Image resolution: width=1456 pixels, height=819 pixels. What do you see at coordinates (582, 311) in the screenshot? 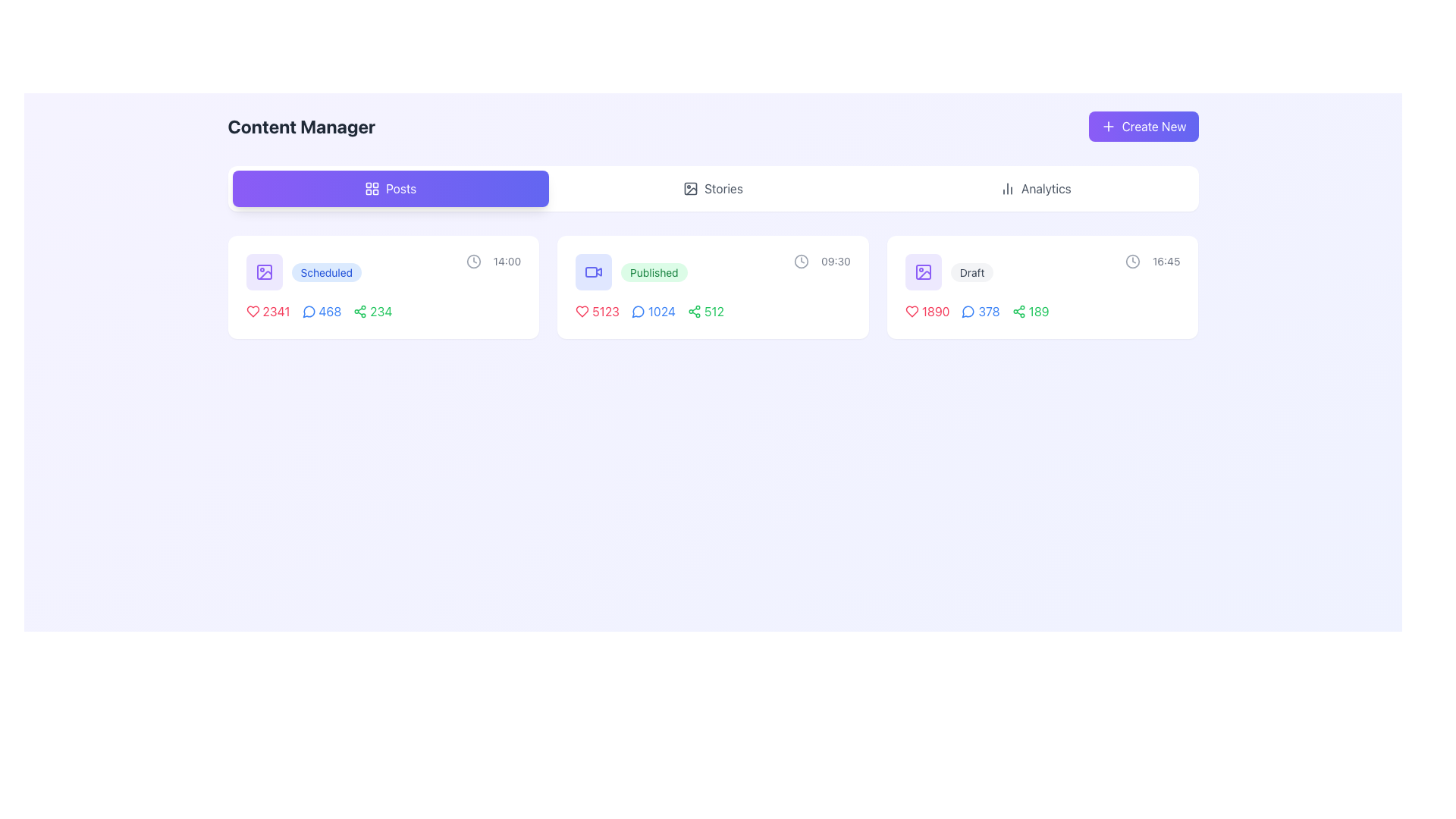
I see `the 'like' or 'favorite' icon located in the second content card from the left, positioned directly preceding the text '5123'` at bounding box center [582, 311].